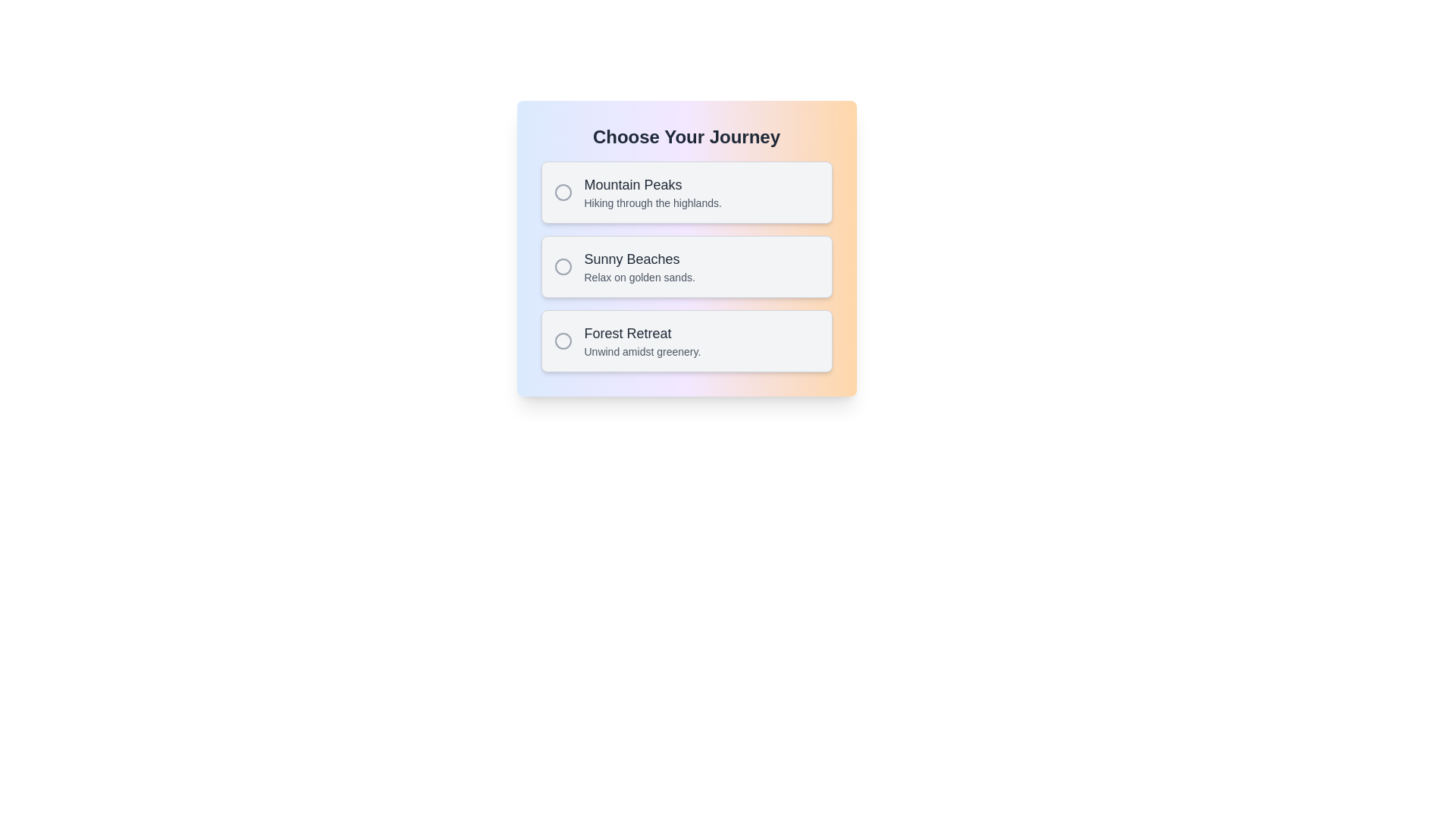 This screenshot has width=1456, height=819. Describe the element at coordinates (653, 184) in the screenshot. I see `the descriptive title text label for the first selection option located in the first card under 'Choose Your Journey', positioned above the subtext 'Hiking through the highlands' and next to a radio button` at that location.